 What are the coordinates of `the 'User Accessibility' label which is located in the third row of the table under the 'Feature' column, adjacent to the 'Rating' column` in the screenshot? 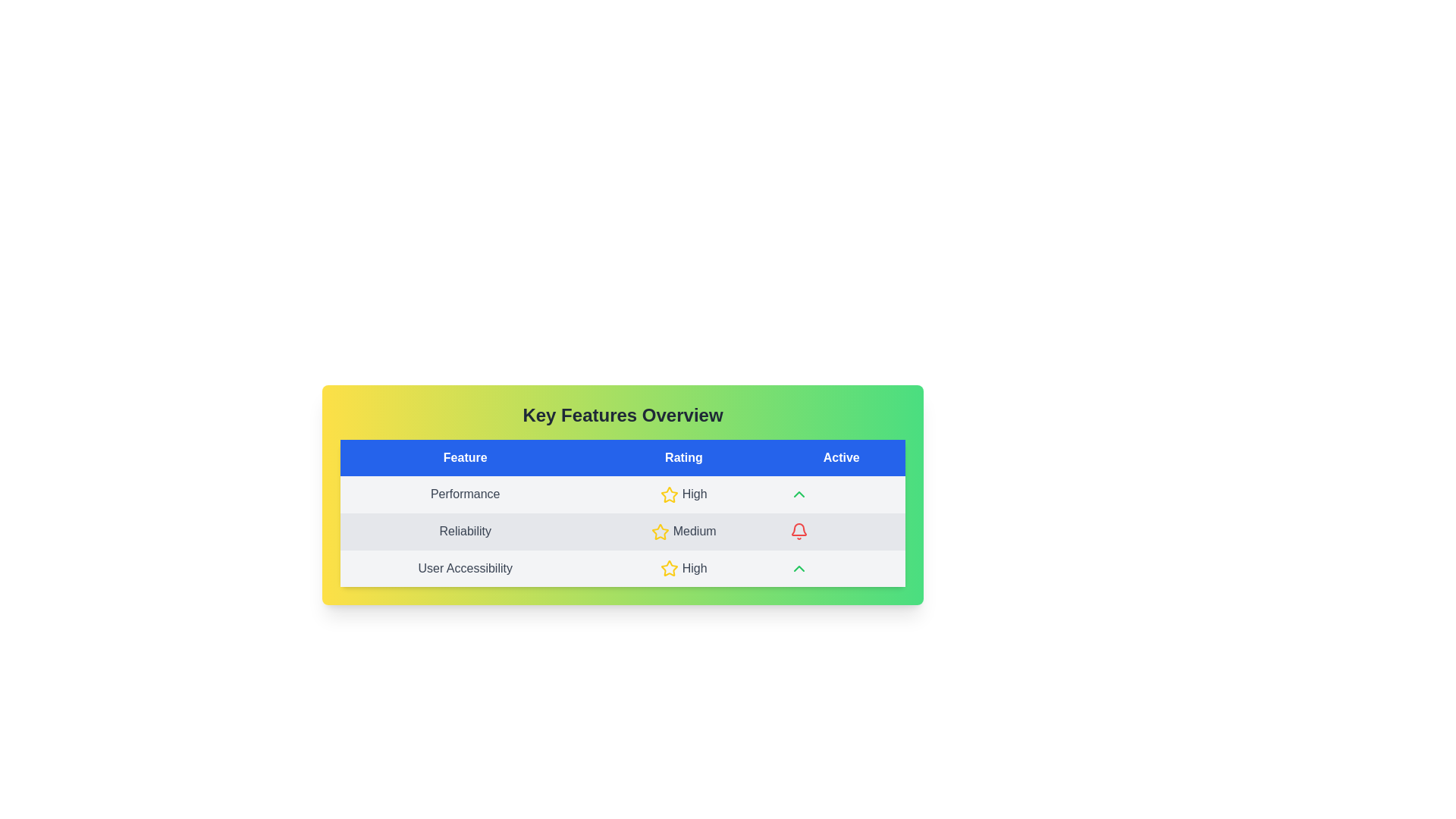 It's located at (464, 568).